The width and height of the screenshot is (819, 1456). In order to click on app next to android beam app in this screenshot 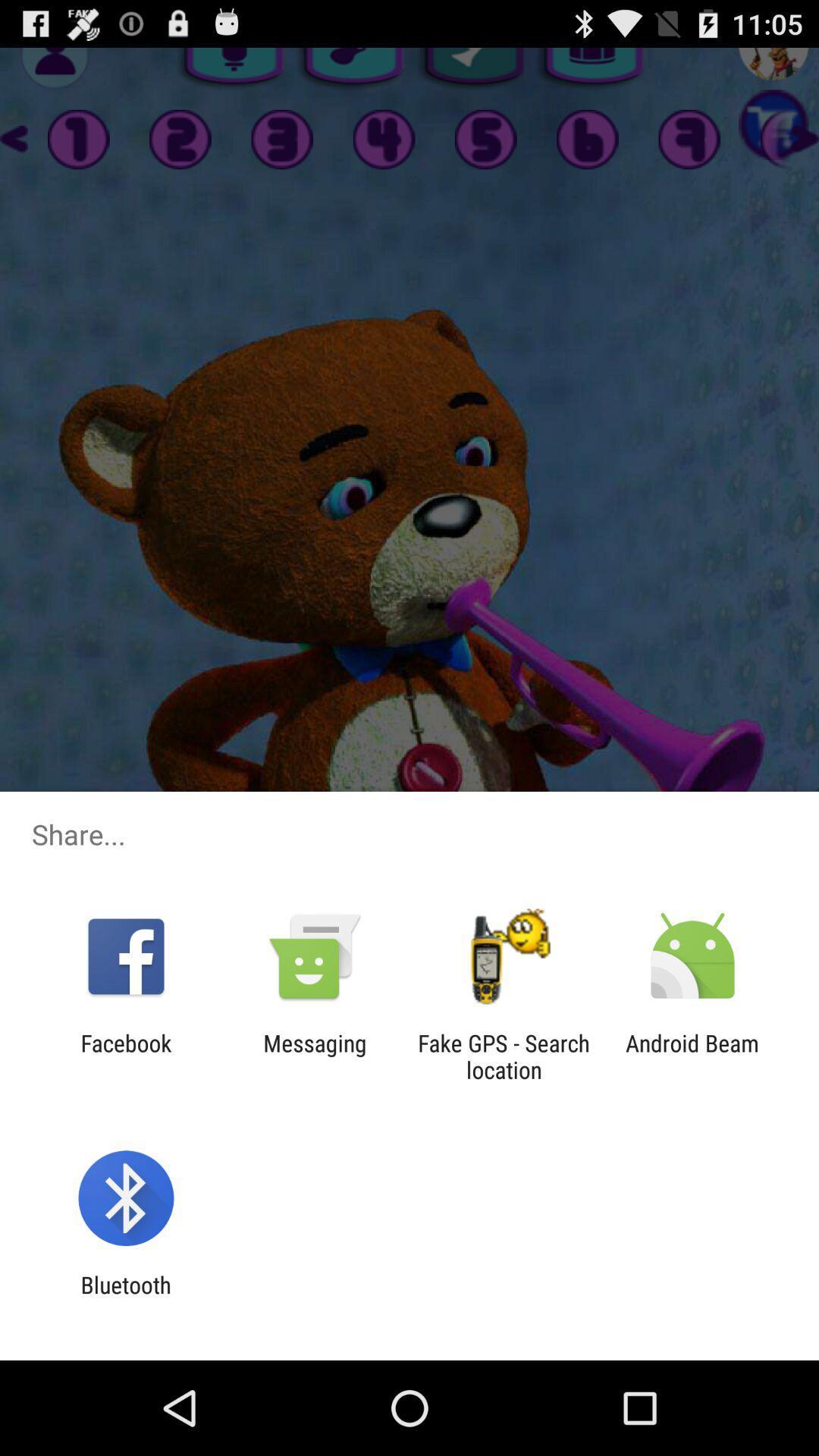, I will do `click(504, 1056)`.